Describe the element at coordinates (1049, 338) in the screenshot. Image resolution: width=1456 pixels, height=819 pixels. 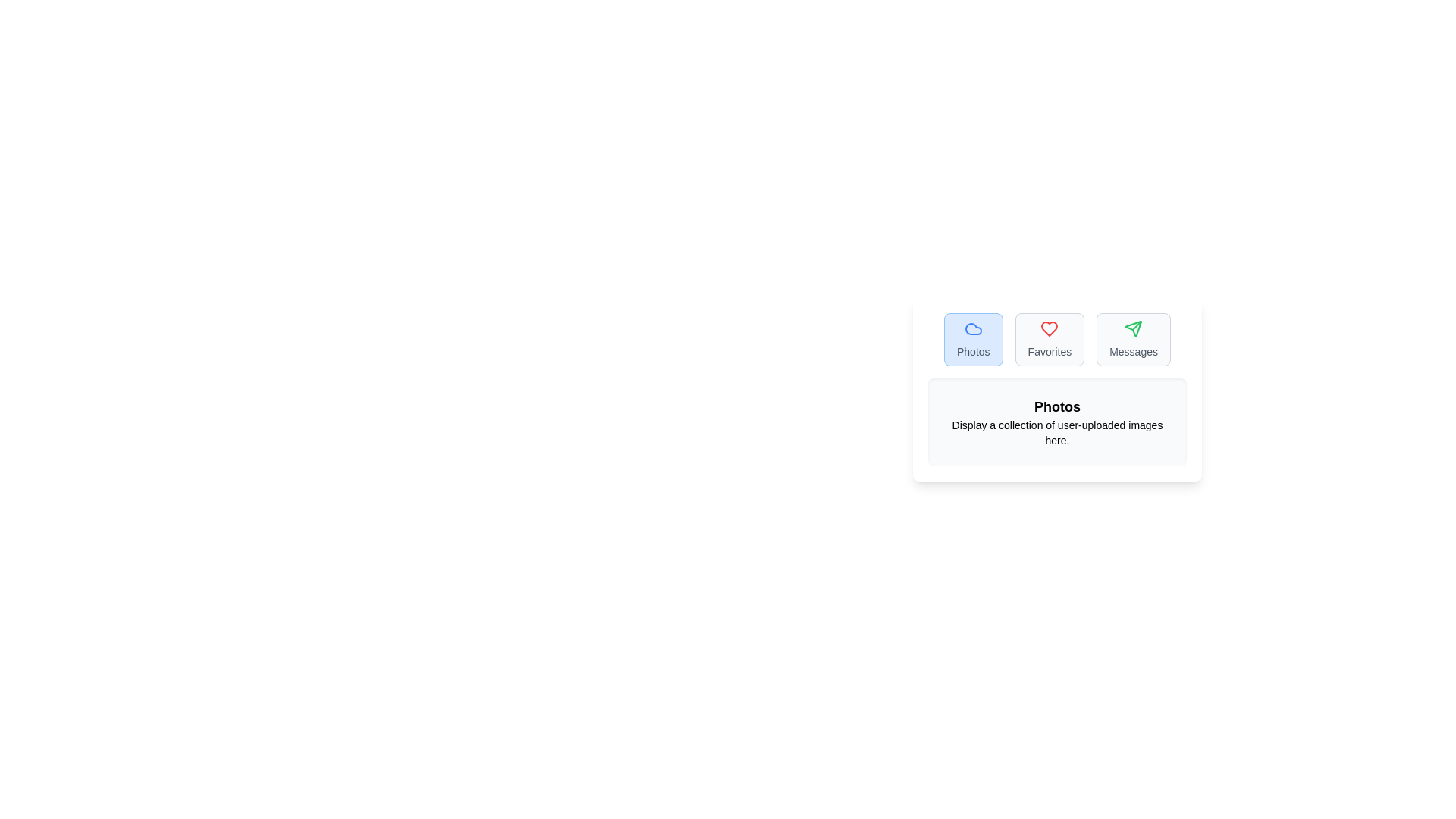
I see `the 'Favorites' interactive button which features a red heart icon and a gray label, located centrally among similar buttons` at that location.